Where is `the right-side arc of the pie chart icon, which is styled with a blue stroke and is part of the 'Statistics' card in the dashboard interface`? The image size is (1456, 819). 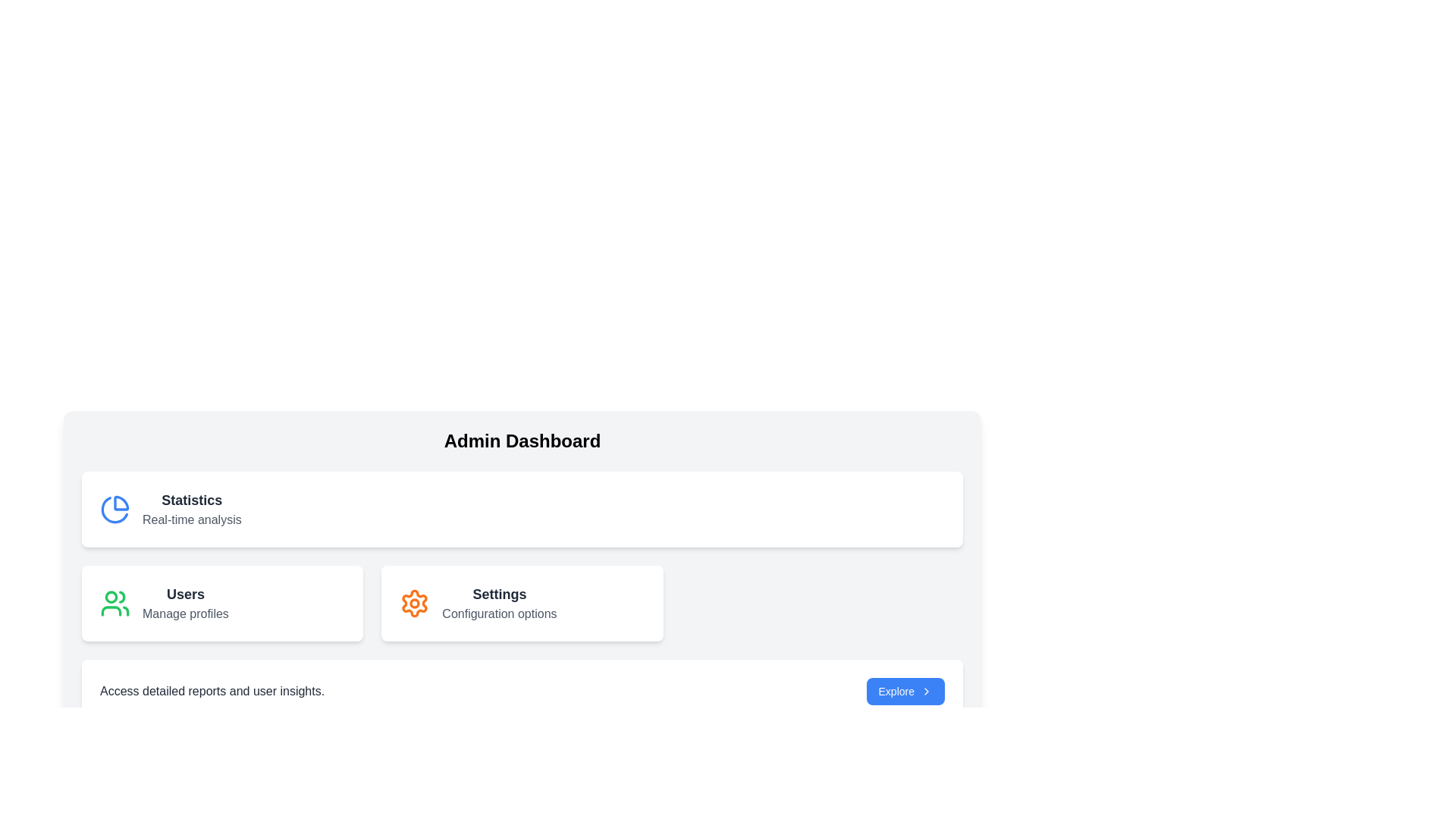
the right-side arc of the pie chart icon, which is styled with a blue stroke and is part of the 'Statistics' card in the dashboard interface is located at coordinates (121, 503).